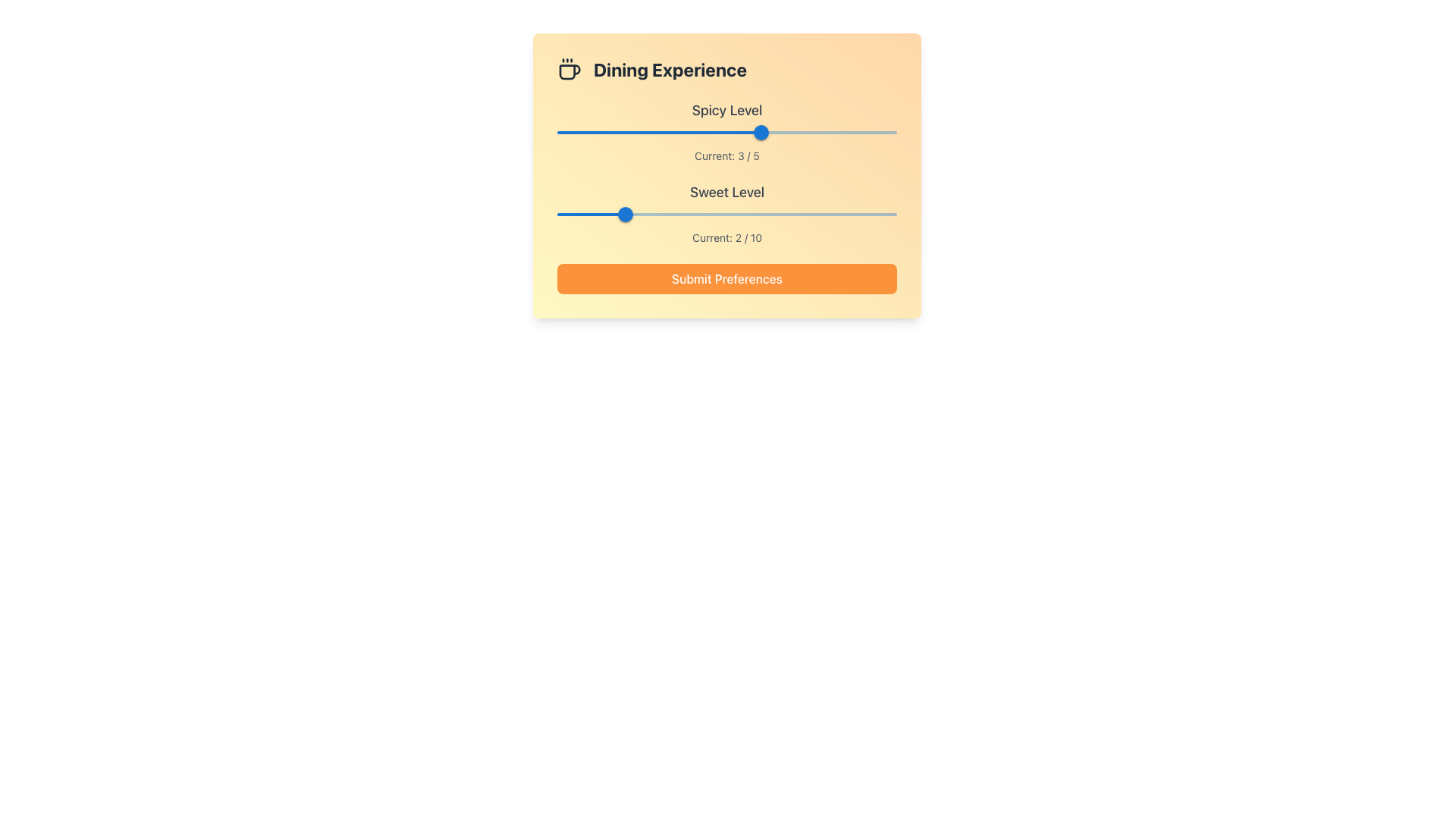 This screenshot has width=1456, height=819. Describe the element at coordinates (789, 131) in the screenshot. I see `the spicy level slider` at that location.